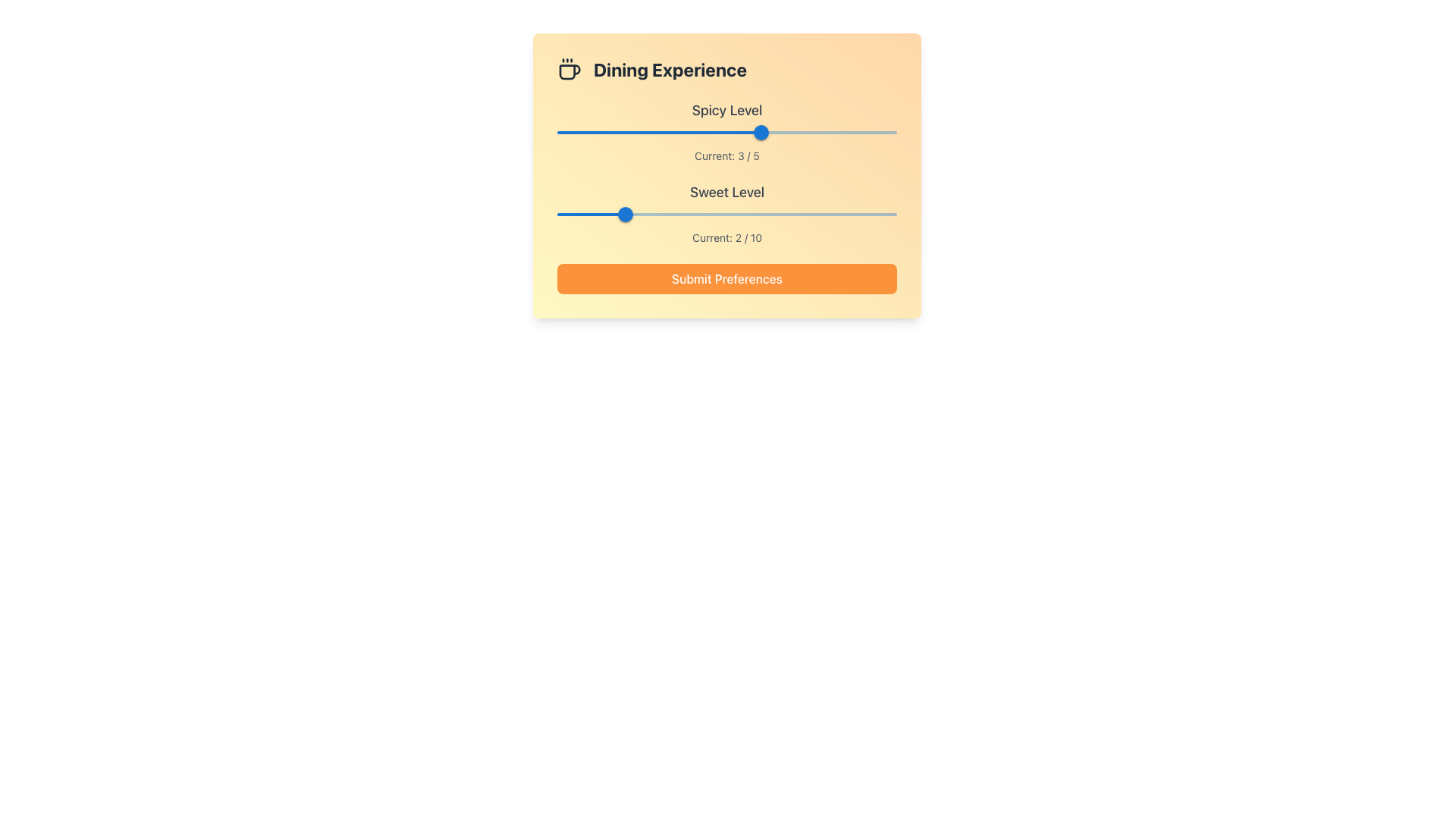 This screenshot has width=1456, height=819. Describe the element at coordinates (789, 131) in the screenshot. I see `the spicy level slider` at that location.